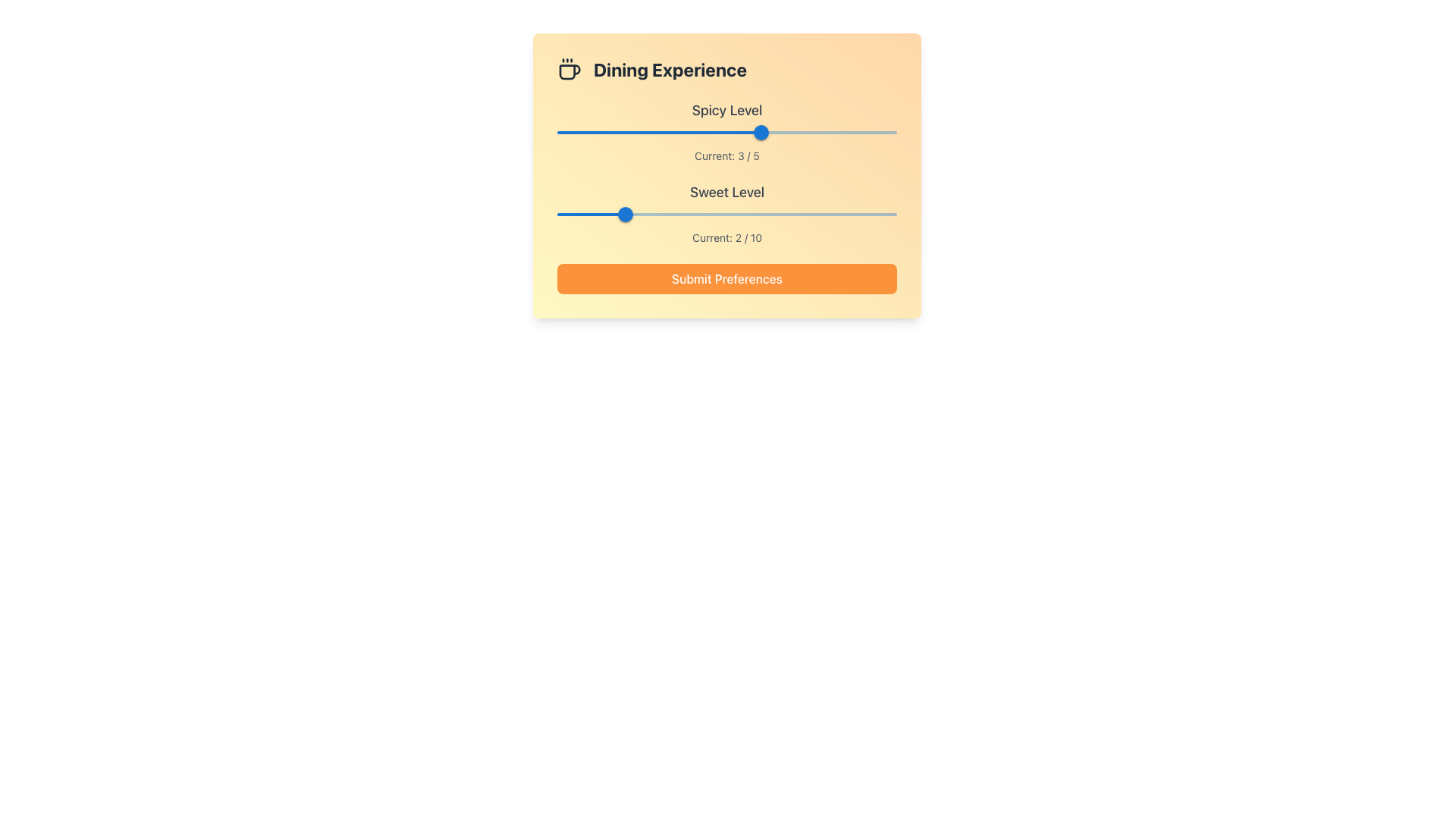 This screenshot has width=1456, height=819. Describe the element at coordinates (789, 131) in the screenshot. I see `the spicy level slider` at that location.